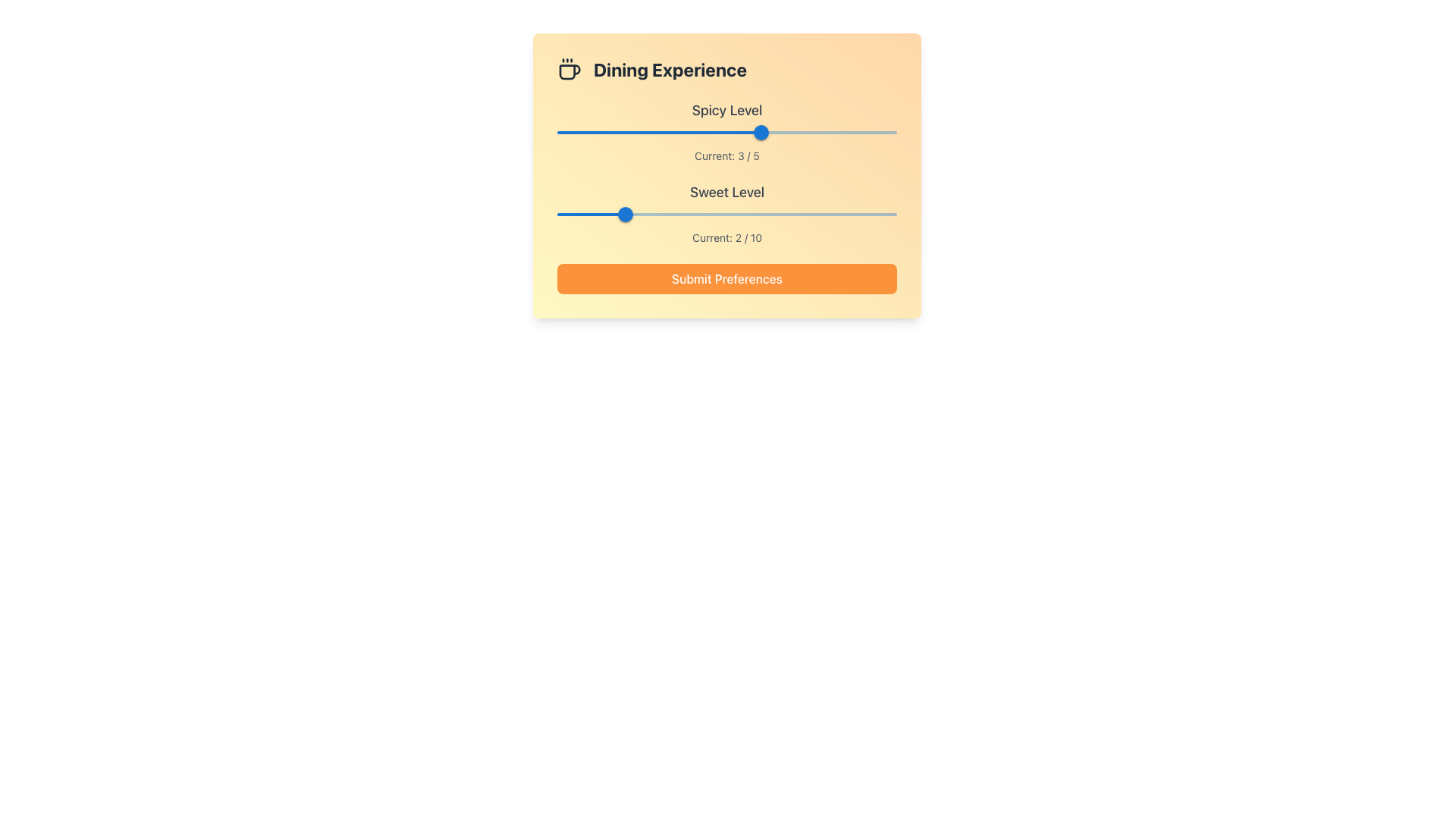 This screenshot has width=1456, height=819. Describe the element at coordinates (789, 131) in the screenshot. I see `the spicy level slider` at that location.